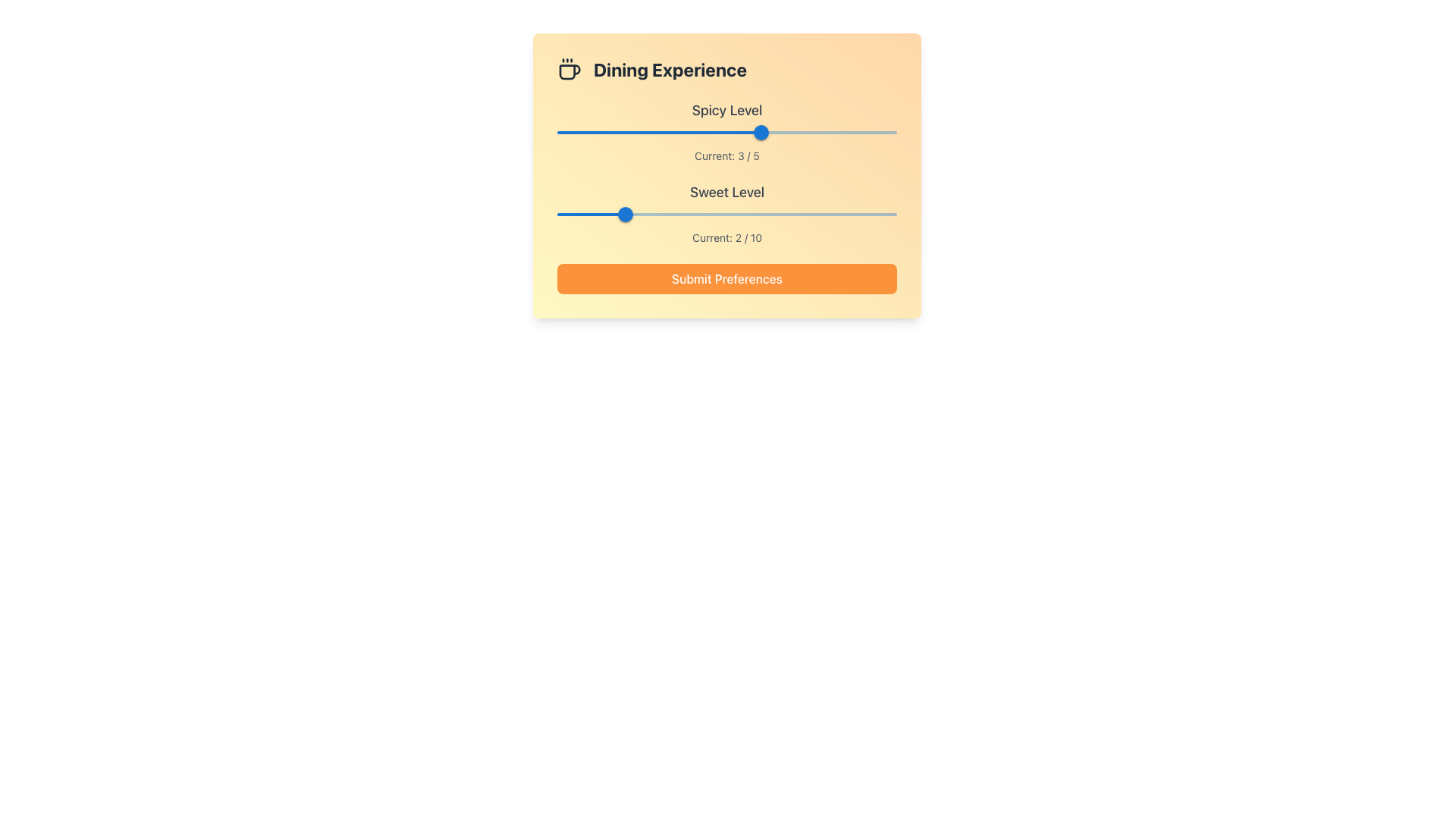 This screenshot has width=1456, height=819. Describe the element at coordinates (789, 131) in the screenshot. I see `the spicy level slider` at that location.